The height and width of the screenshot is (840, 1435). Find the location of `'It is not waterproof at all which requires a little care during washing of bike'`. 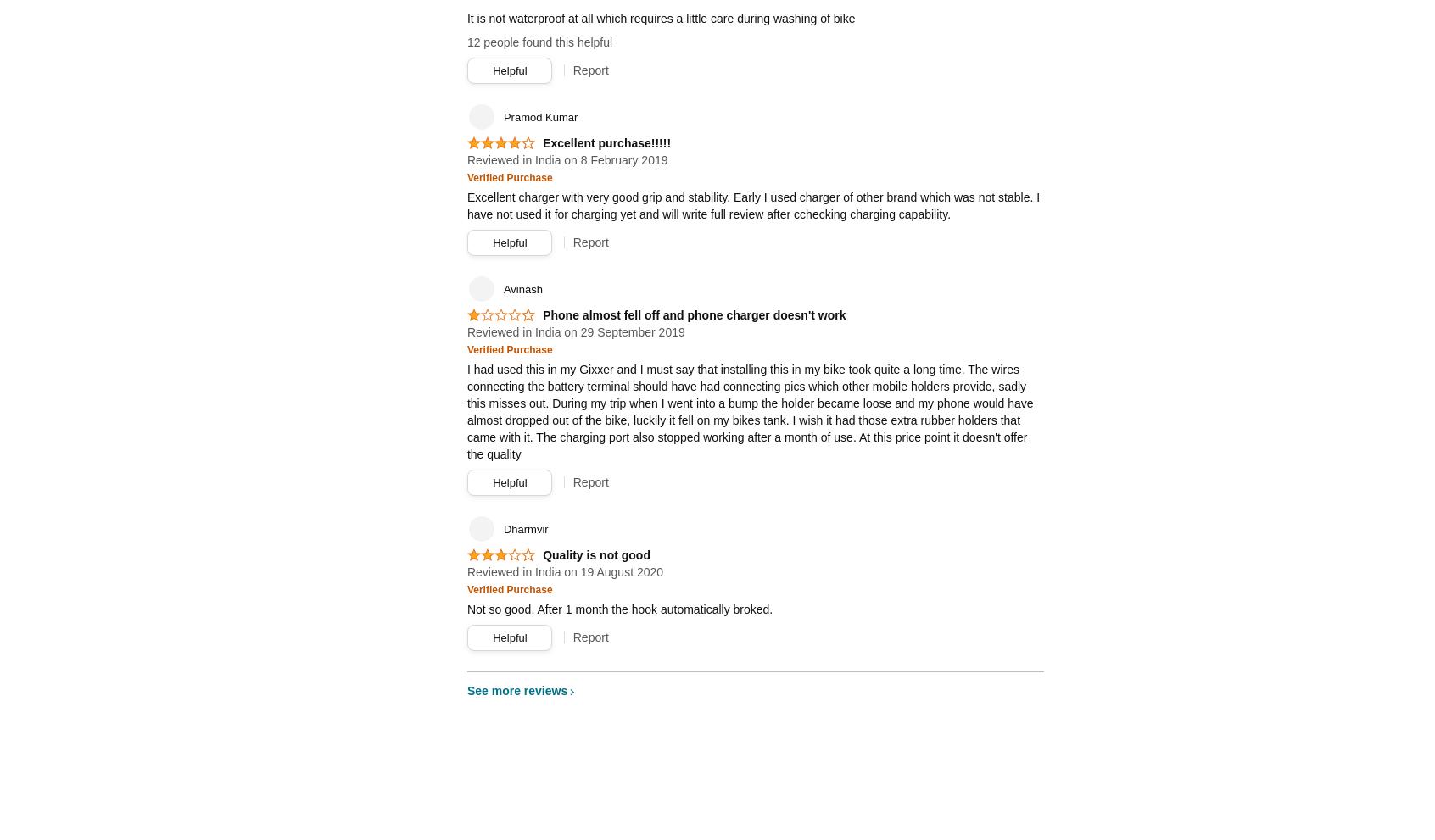

'It is not waterproof at all which requires a little care during washing of bike' is located at coordinates (660, 18).